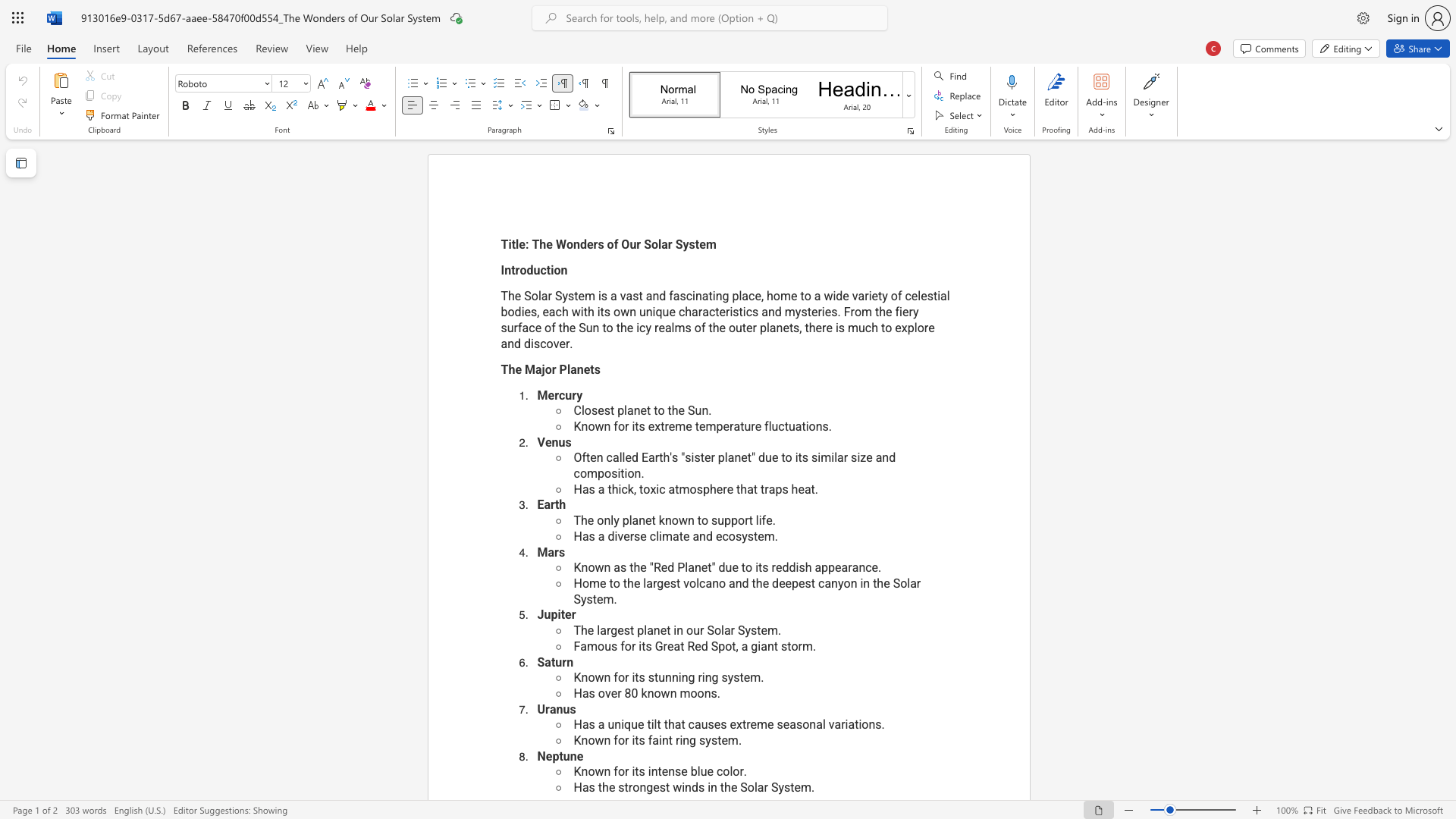 The height and width of the screenshot is (819, 1456). I want to click on the 1th character "a" in the text, so click(736, 426).